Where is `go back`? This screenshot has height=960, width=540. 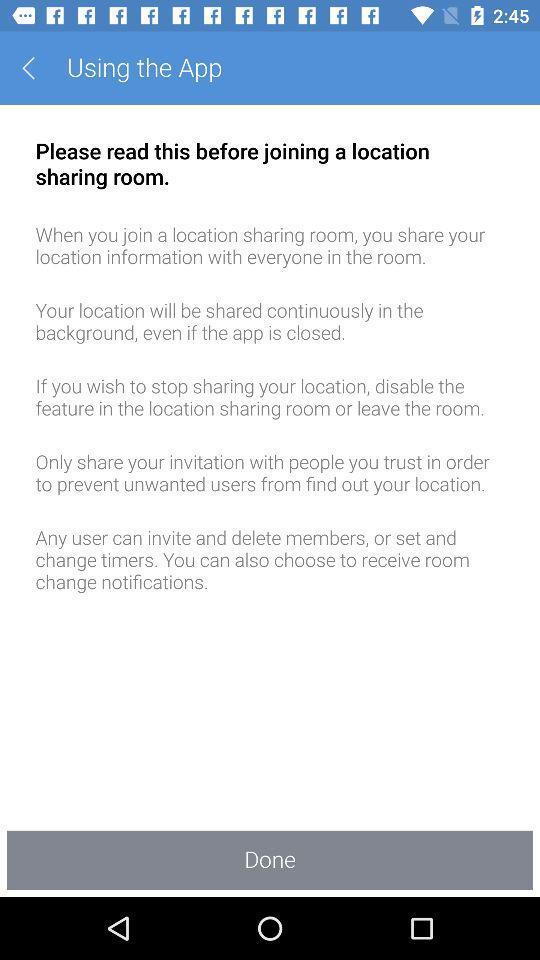 go back is located at coordinates (35, 68).